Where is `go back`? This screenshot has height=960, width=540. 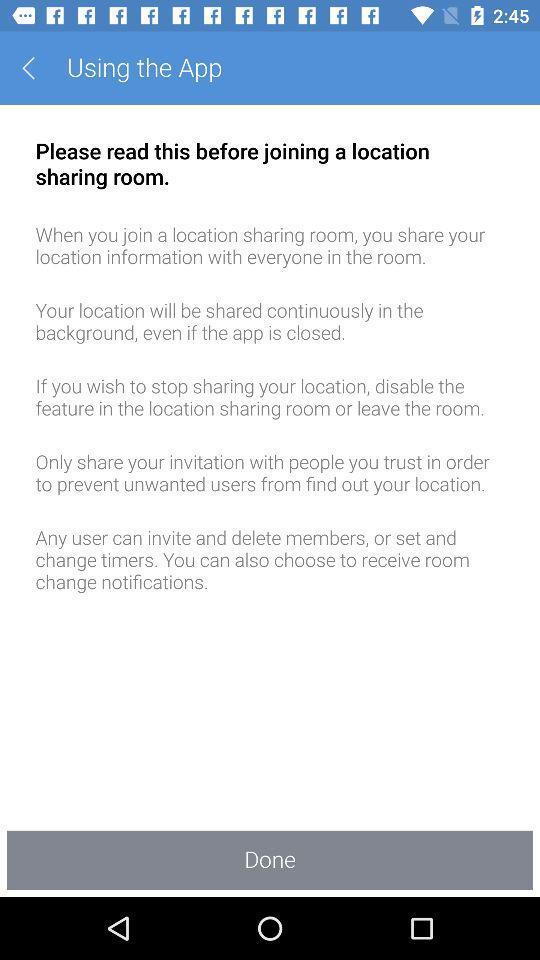 go back is located at coordinates (35, 68).